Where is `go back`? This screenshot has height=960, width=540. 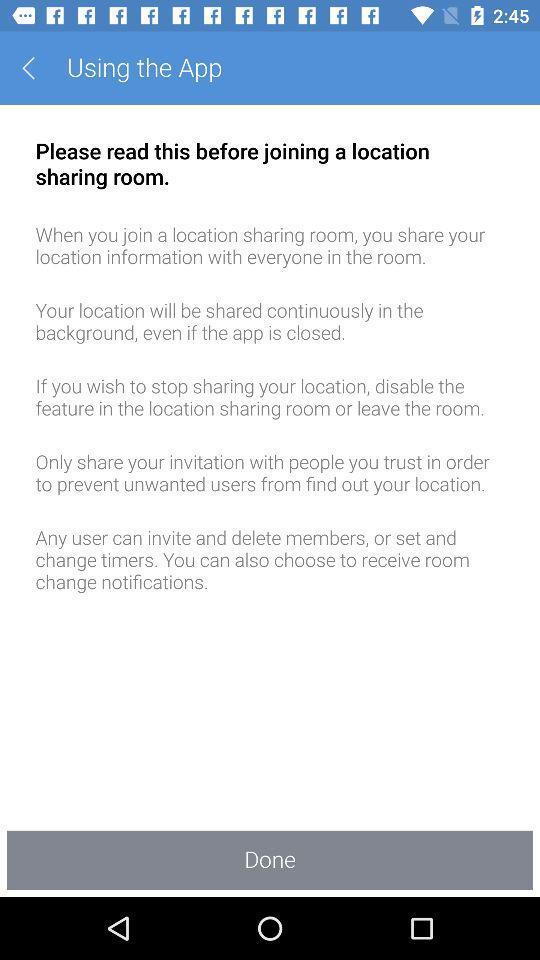 go back is located at coordinates (35, 68).